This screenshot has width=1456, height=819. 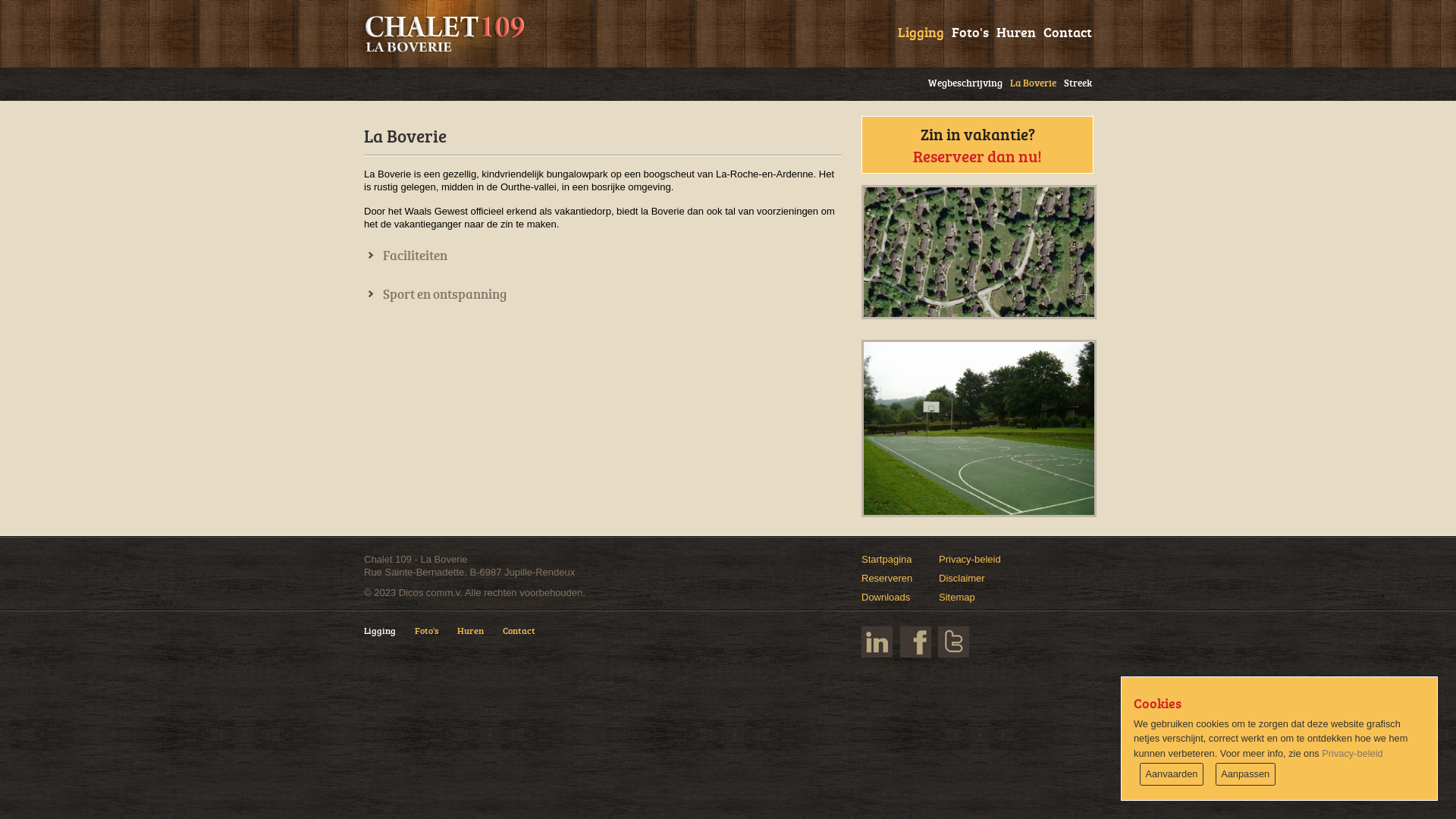 What do you see at coordinates (886, 559) in the screenshot?
I see `'Startpagina'` at bounding box center [886, 559].